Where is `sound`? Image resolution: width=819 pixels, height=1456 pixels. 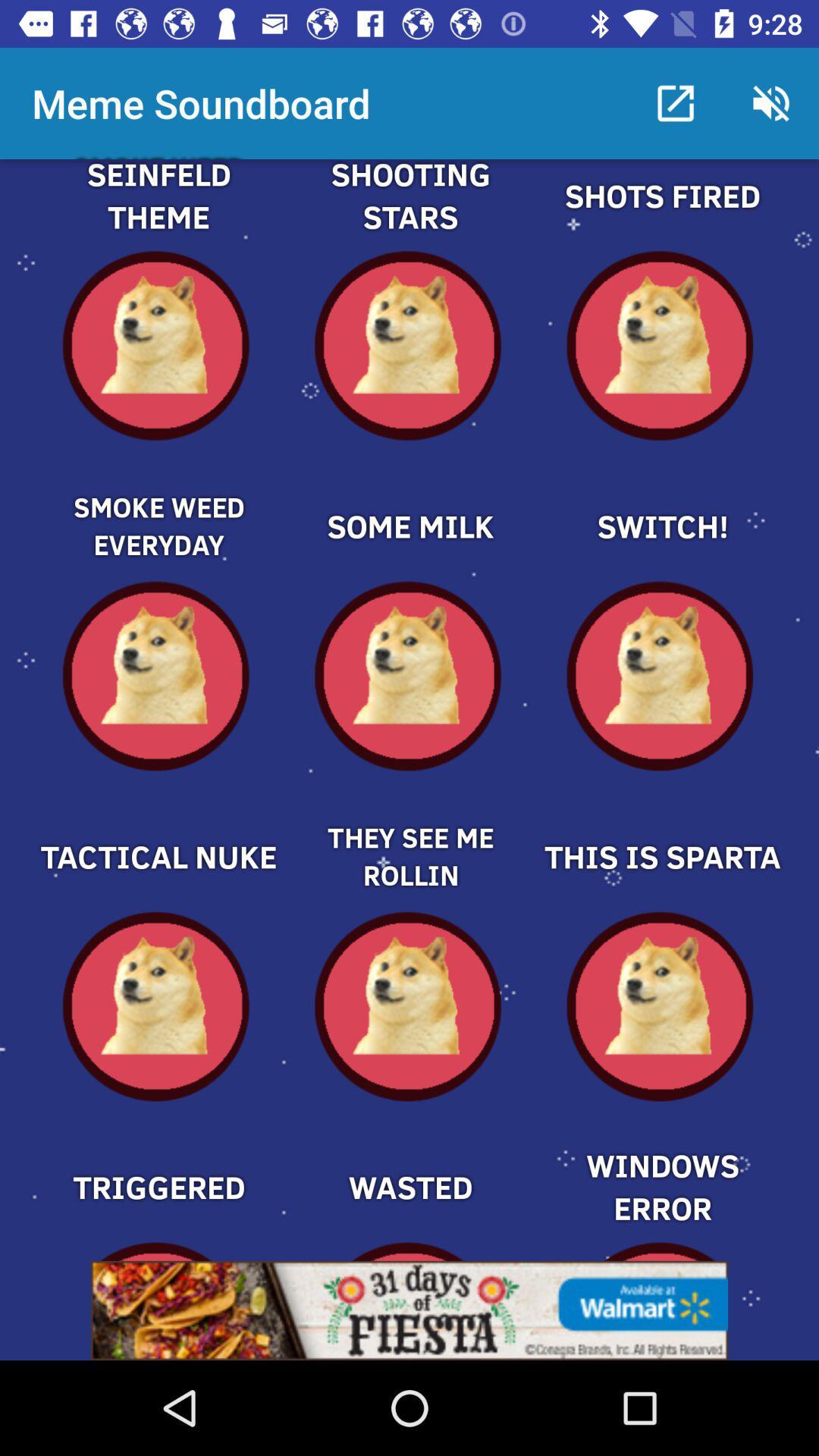
sound is located at coordinates (661, 213).